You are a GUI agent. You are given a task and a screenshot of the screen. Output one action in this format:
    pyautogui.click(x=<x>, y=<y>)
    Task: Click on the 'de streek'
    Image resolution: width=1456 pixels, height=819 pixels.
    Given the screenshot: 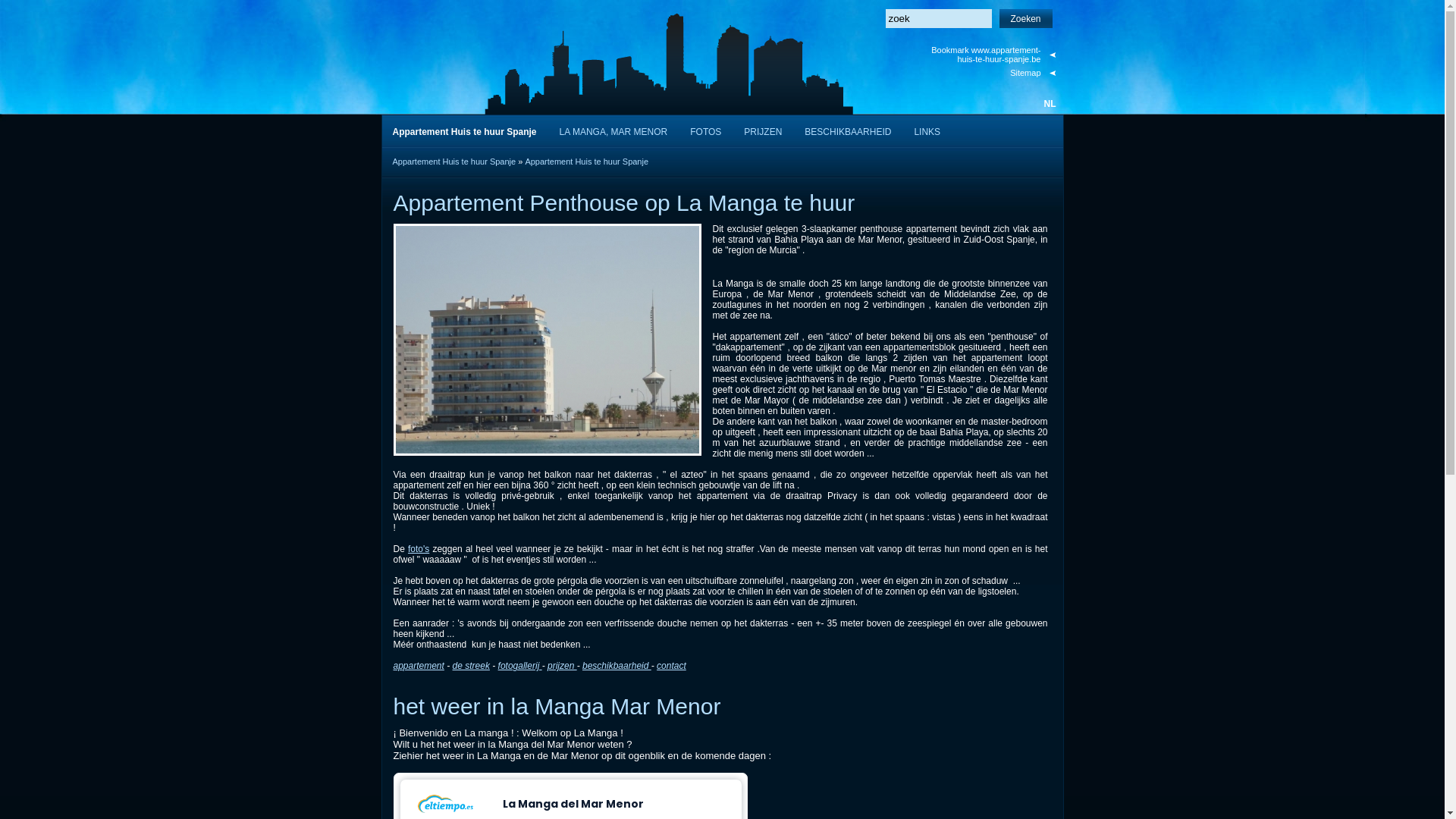 What is the action you would take?
    pyautogui.click(x=451, y=665)
    